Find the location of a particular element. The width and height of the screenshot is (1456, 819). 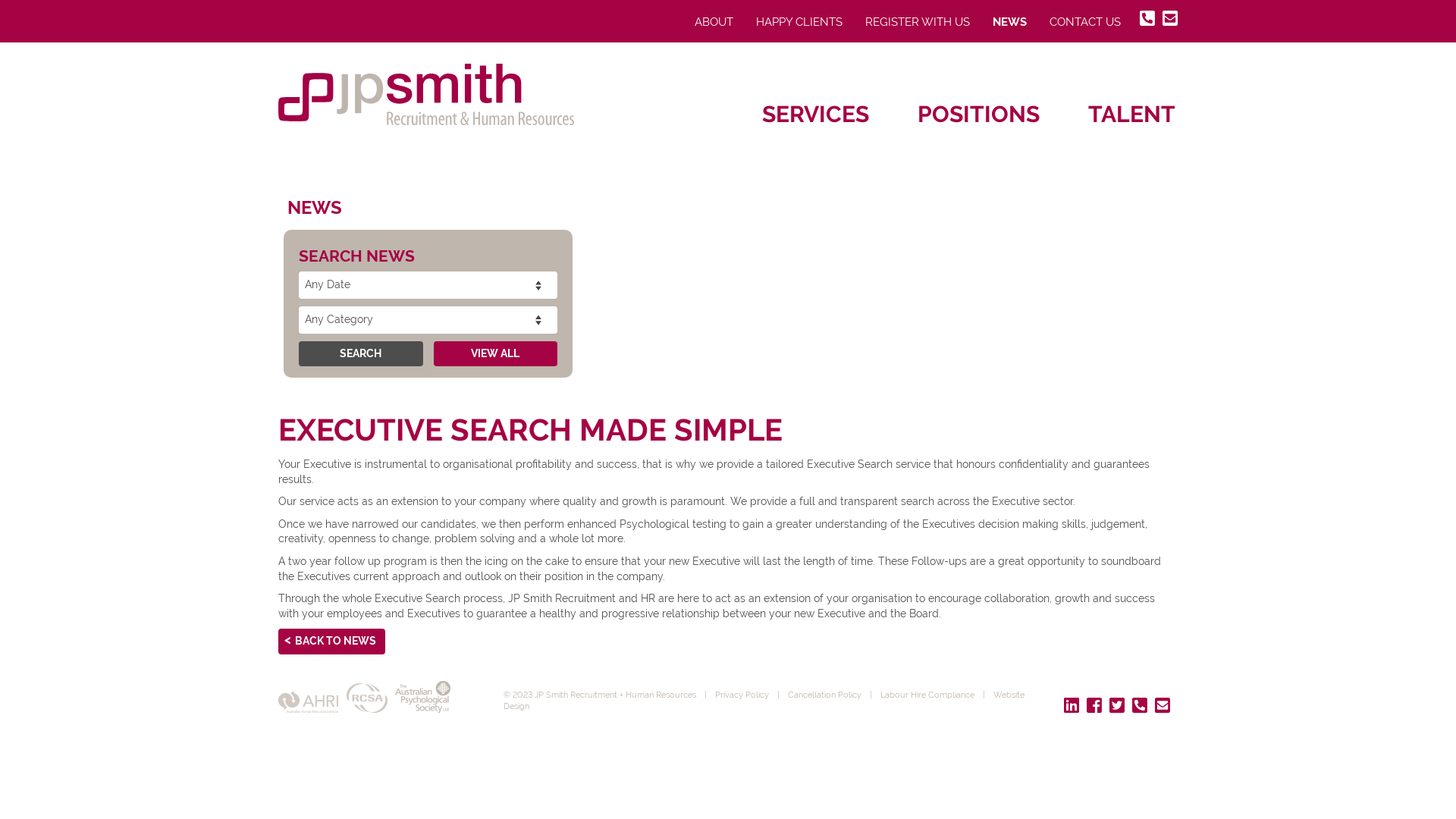

'Privacy Policy' is located at coordinates (713, 694).